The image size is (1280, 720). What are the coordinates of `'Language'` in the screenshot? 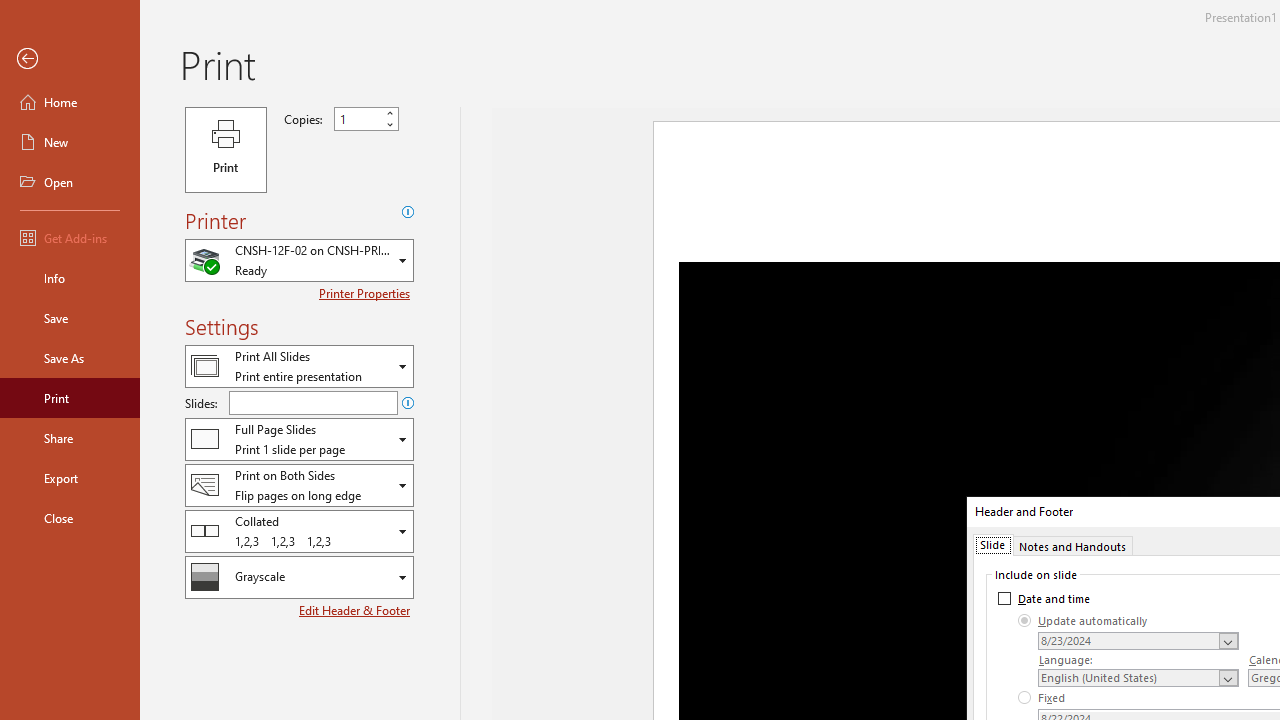 It's located at (1138, 676).